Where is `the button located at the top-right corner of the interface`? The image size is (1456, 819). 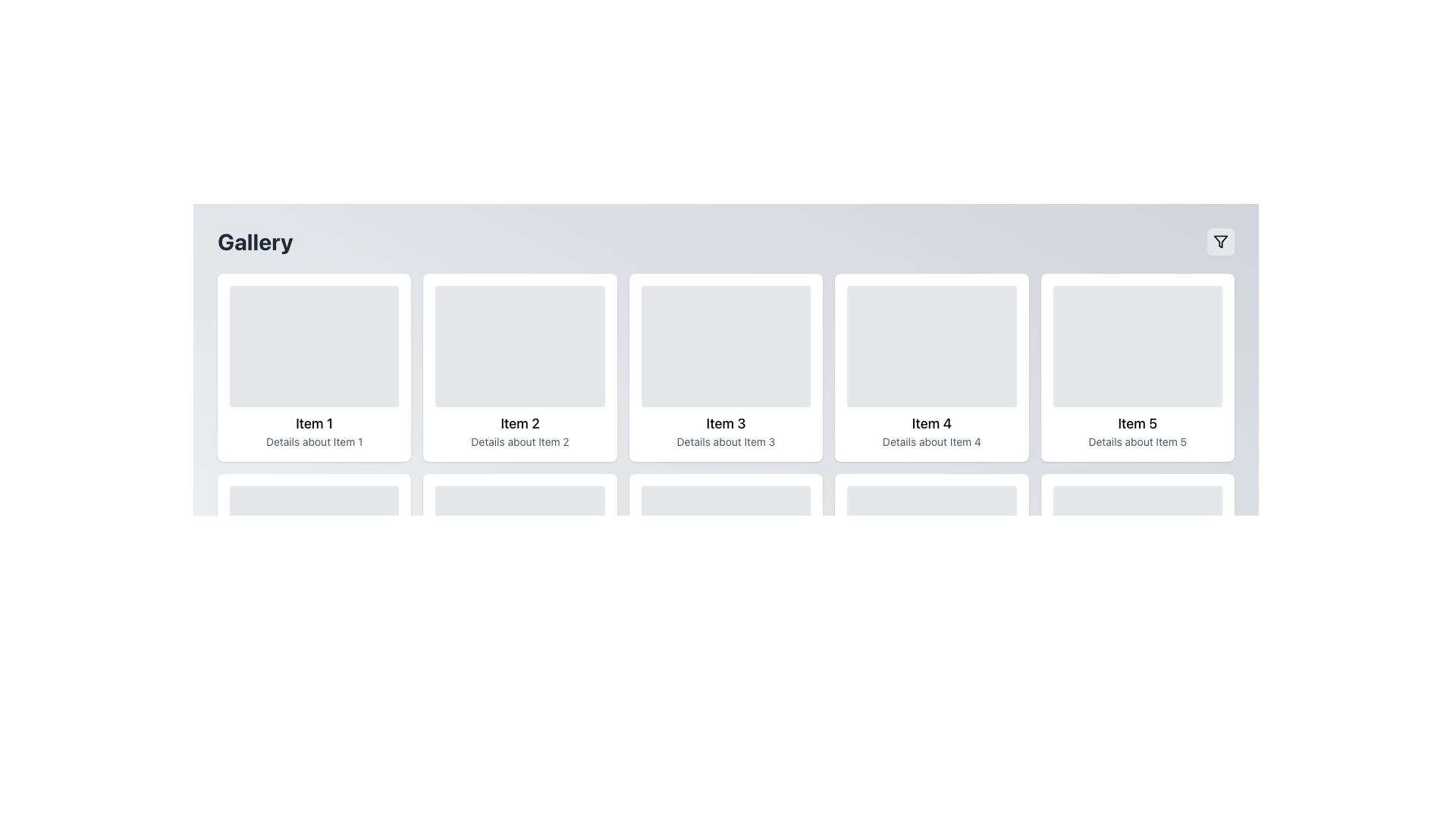
the button located at the top-right corner of the interface is located at coordinates (1220, 241).